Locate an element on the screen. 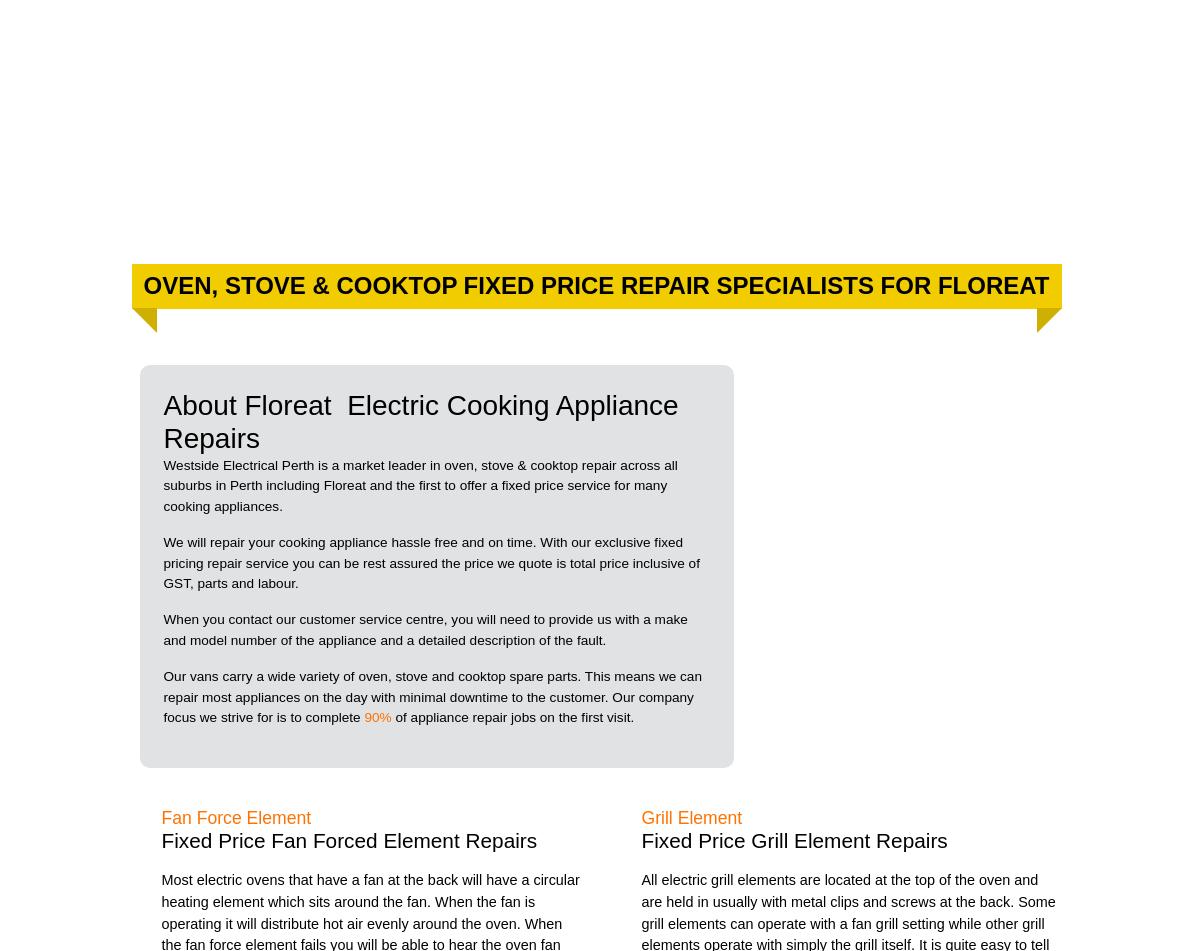 Image resolution: width=1193 pixels, height=951 pixels. 'Fixed Price Grill Element Repairs' is located at coordinates (639, 839).